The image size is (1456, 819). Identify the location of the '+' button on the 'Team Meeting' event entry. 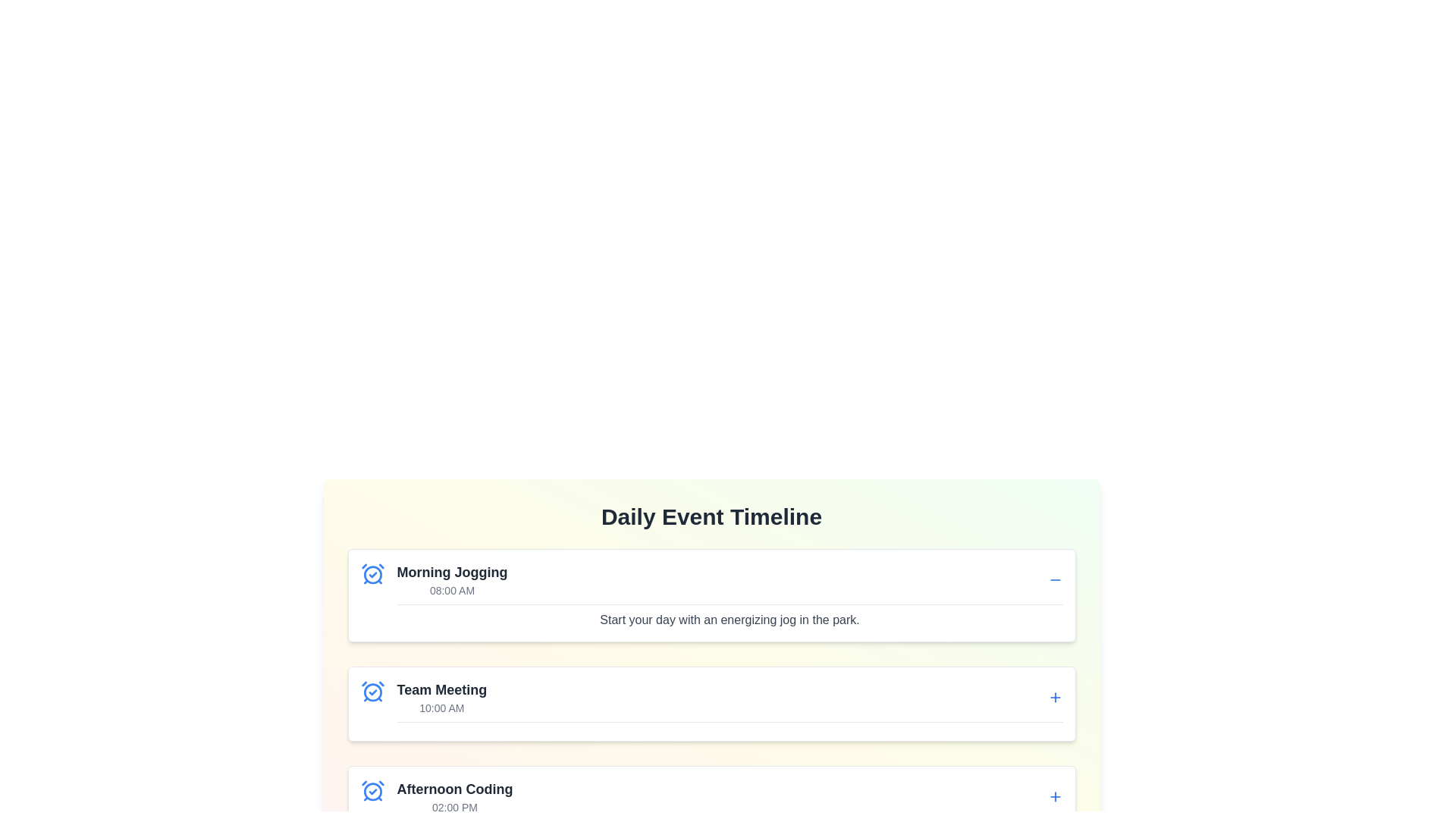
(711, 701).